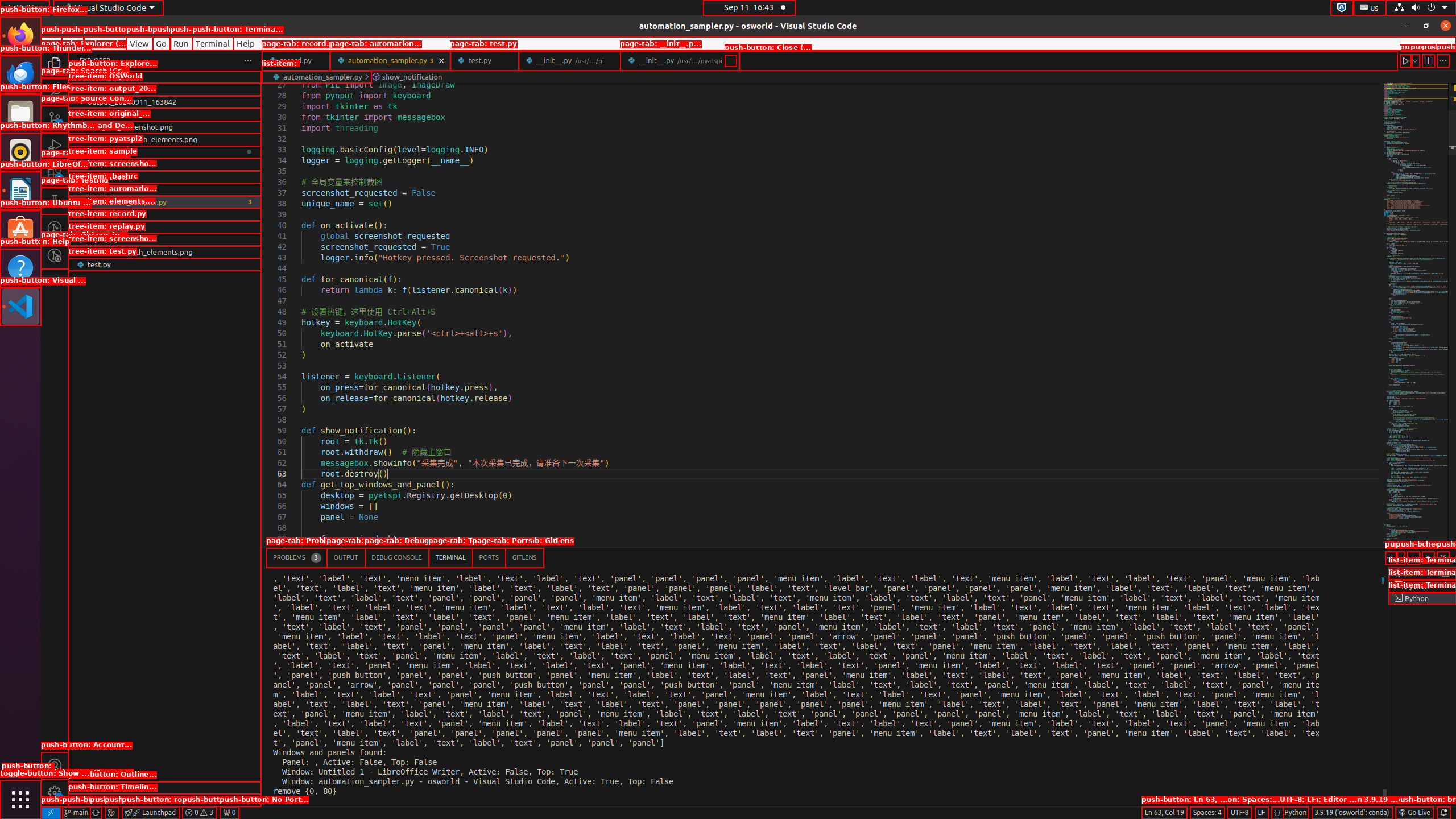  I want to click on 'Run Python File', so click(1405, 60).